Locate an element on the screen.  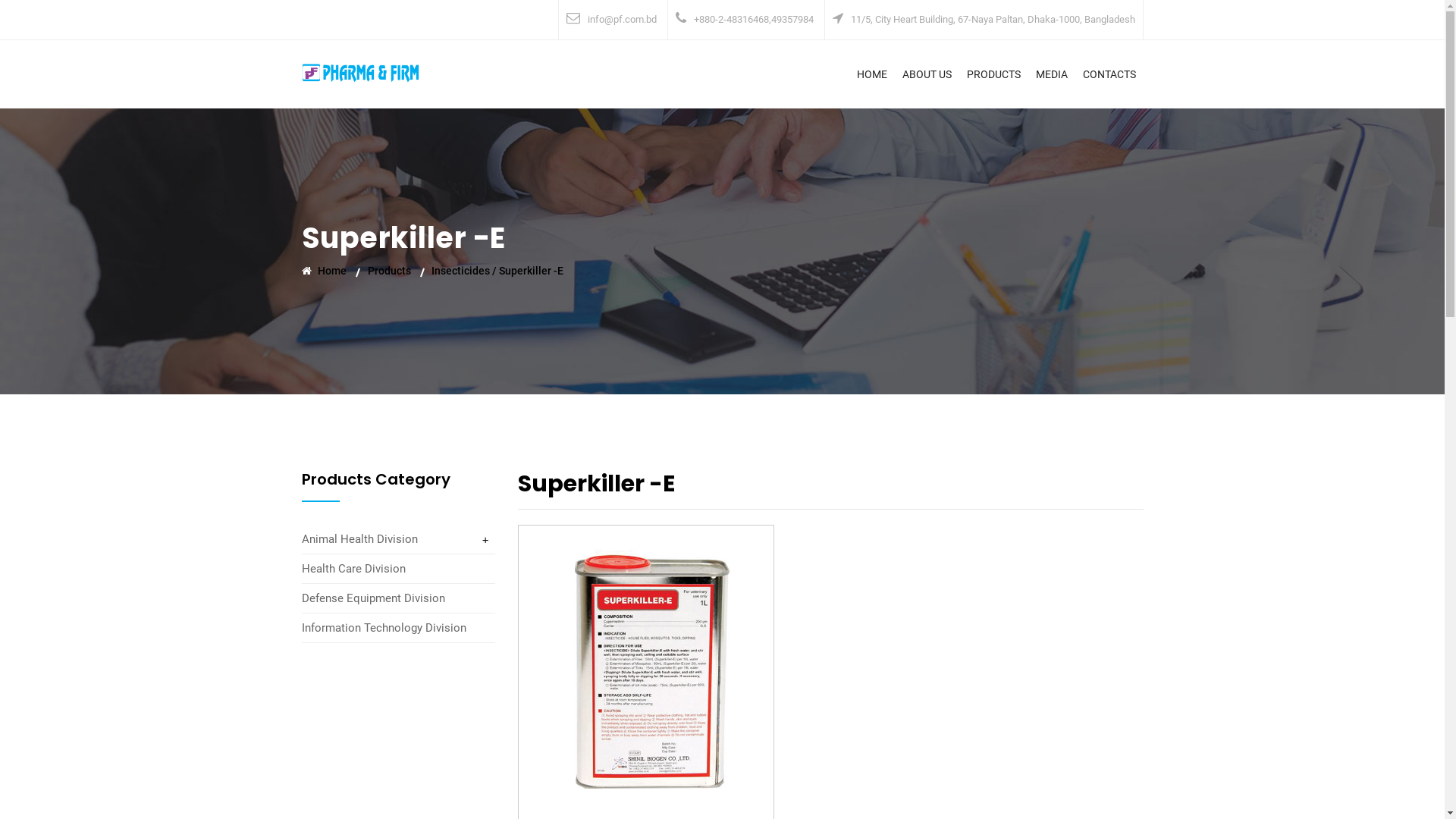
'HOME' is located at coordinates (872, 73).